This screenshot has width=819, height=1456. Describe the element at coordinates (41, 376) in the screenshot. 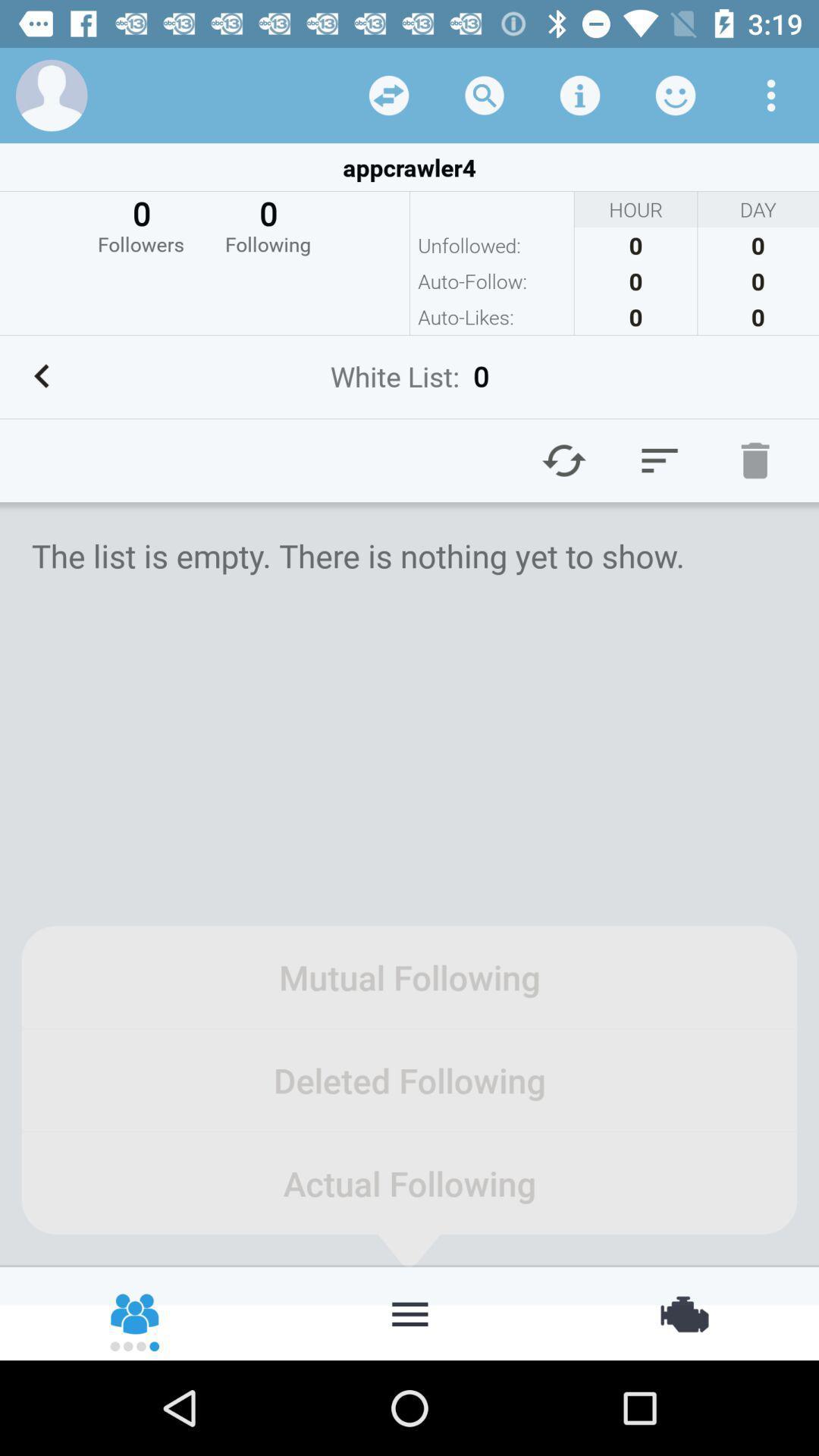

I see `the arrow_backward icon` at that location.